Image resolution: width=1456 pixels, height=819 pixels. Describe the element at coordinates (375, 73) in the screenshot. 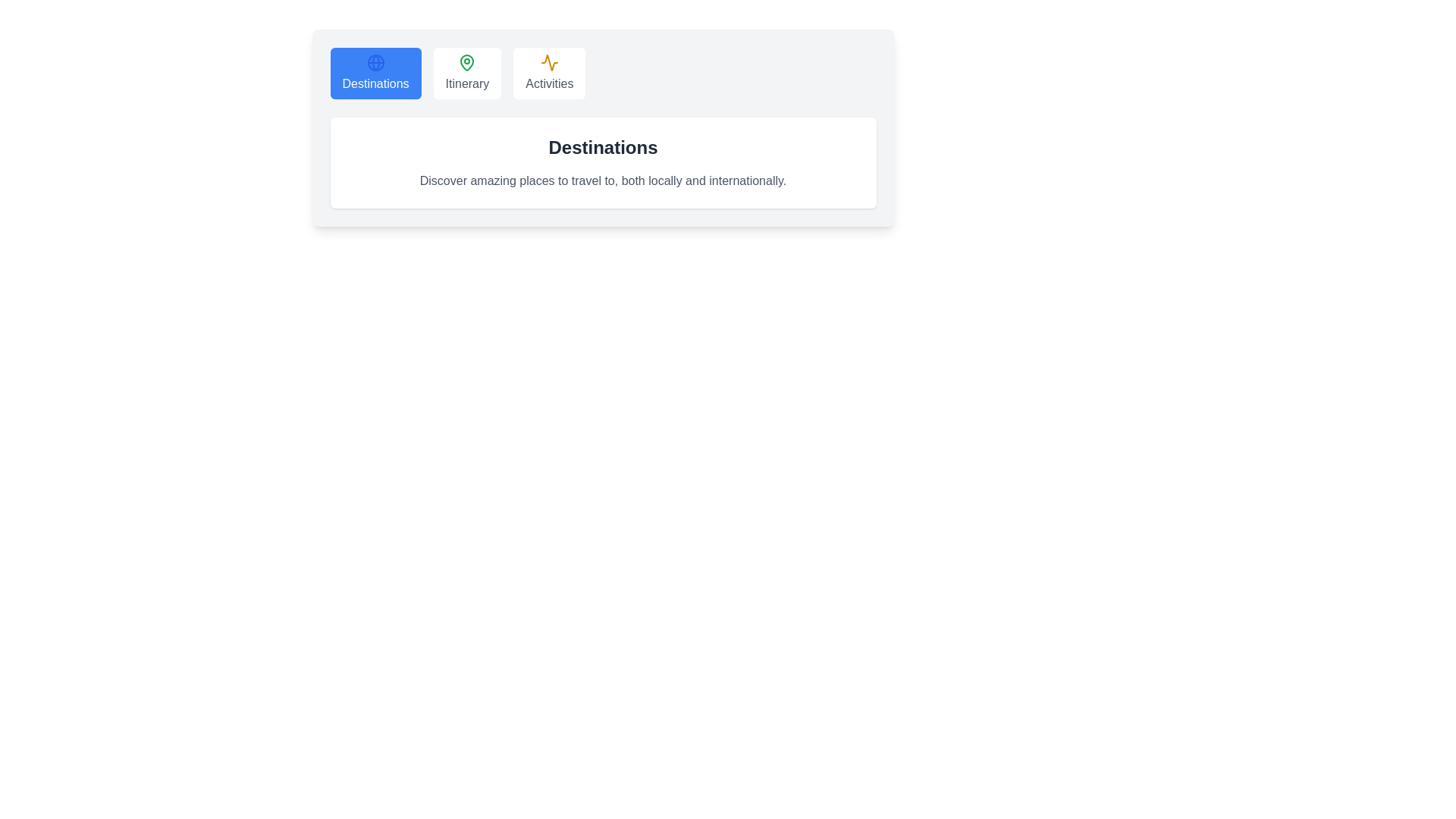

I see `the tab labeled Destinations to observe the hover effect` at that location.